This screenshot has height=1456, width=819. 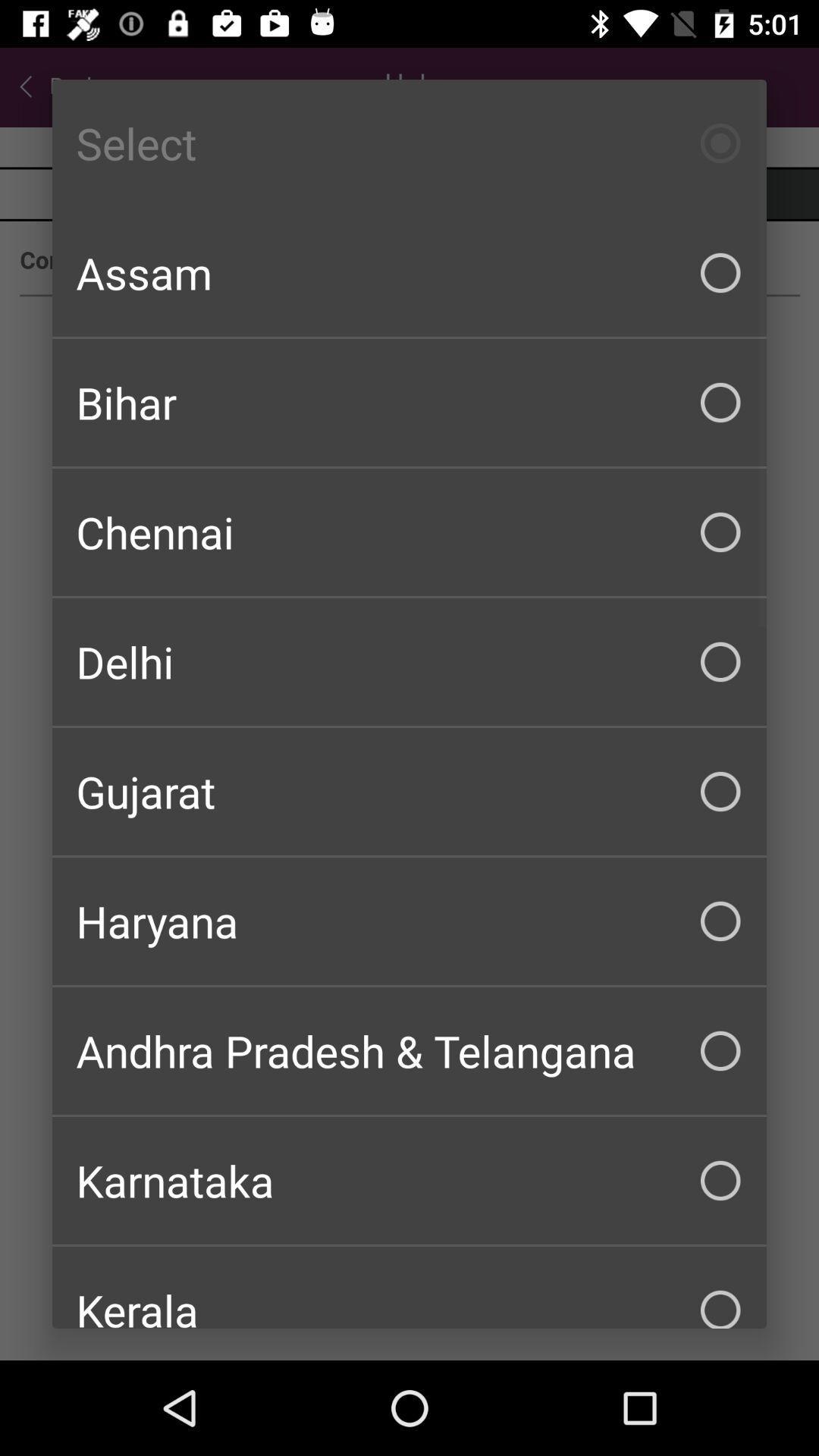 I want to click on icon above delhi icon, so click(x=409, y=532).